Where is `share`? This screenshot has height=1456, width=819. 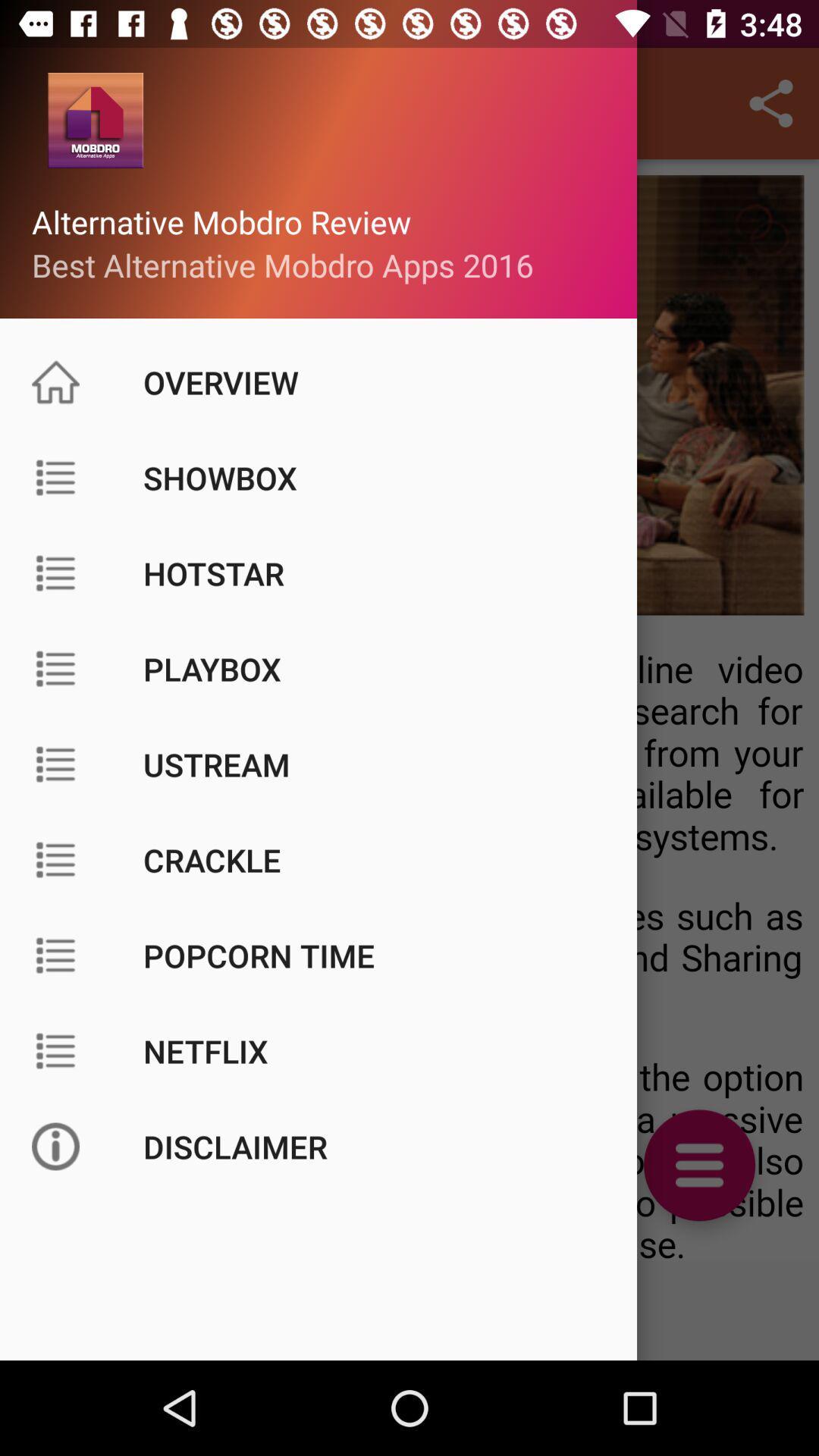
share is located at coordinates (771, 103).